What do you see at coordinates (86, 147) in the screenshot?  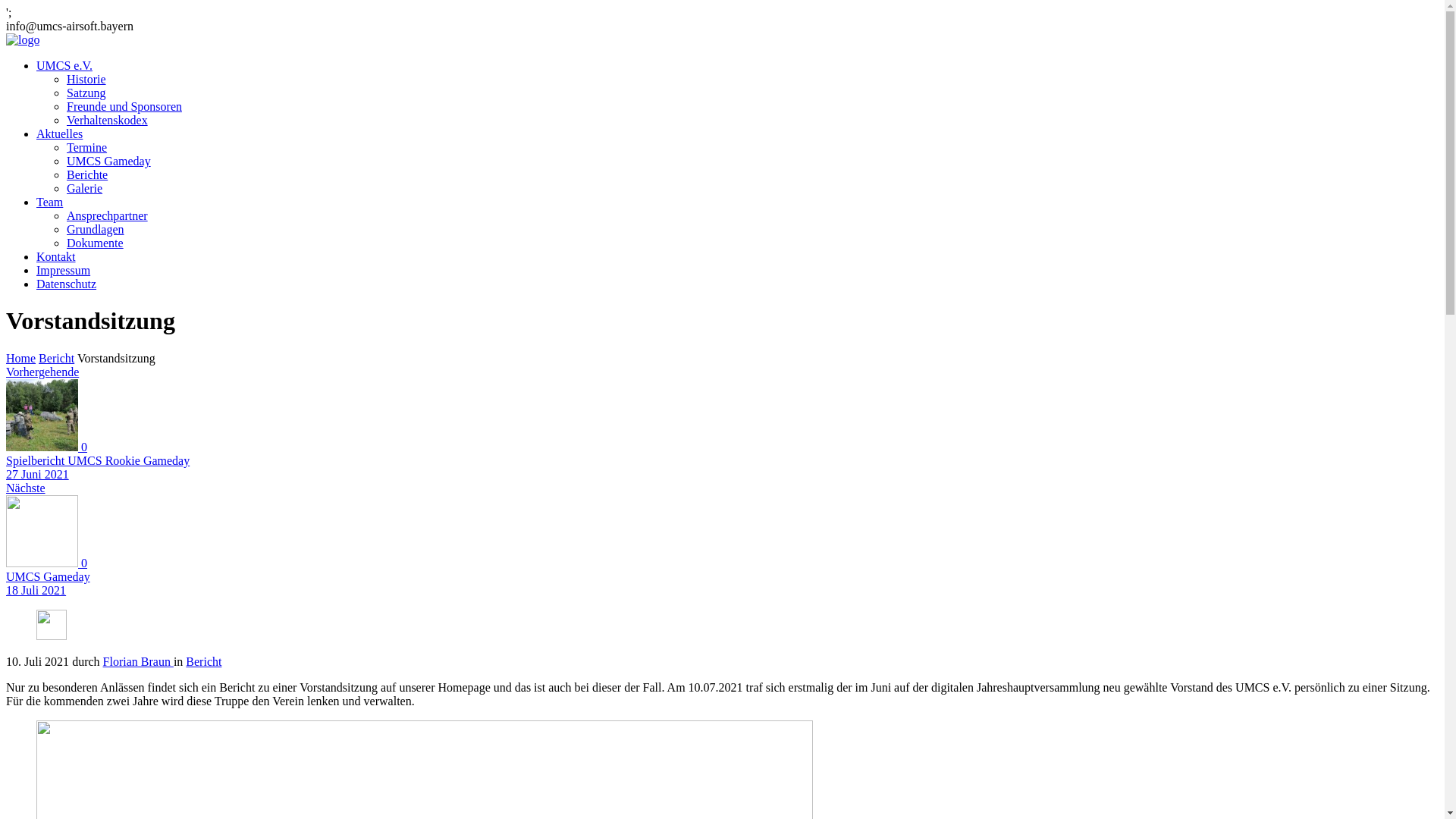 I see `'Termine'` at bounding box center [86, 147].